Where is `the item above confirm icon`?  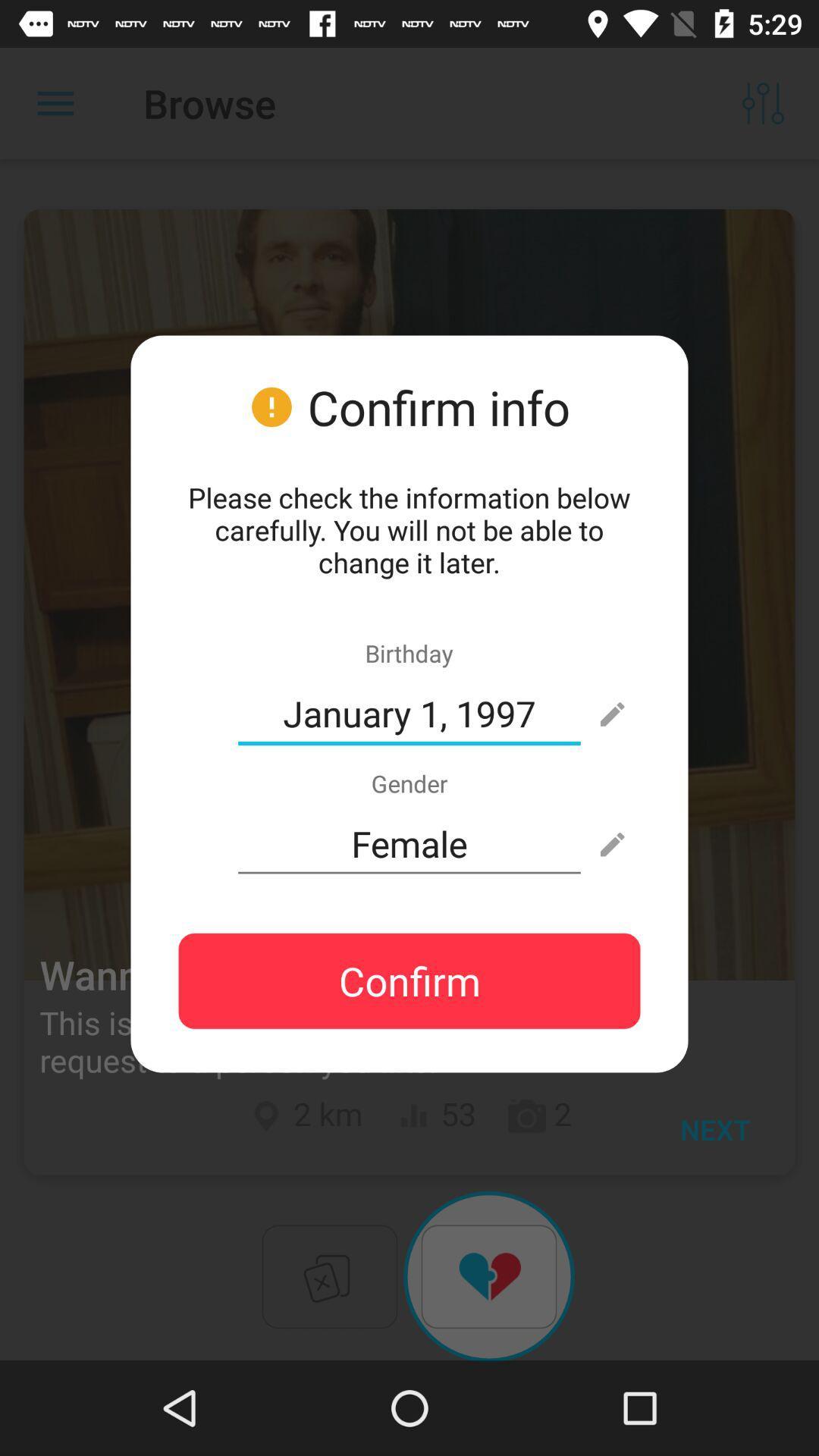
the item above confirm icon is located at coordinates (409, 843).